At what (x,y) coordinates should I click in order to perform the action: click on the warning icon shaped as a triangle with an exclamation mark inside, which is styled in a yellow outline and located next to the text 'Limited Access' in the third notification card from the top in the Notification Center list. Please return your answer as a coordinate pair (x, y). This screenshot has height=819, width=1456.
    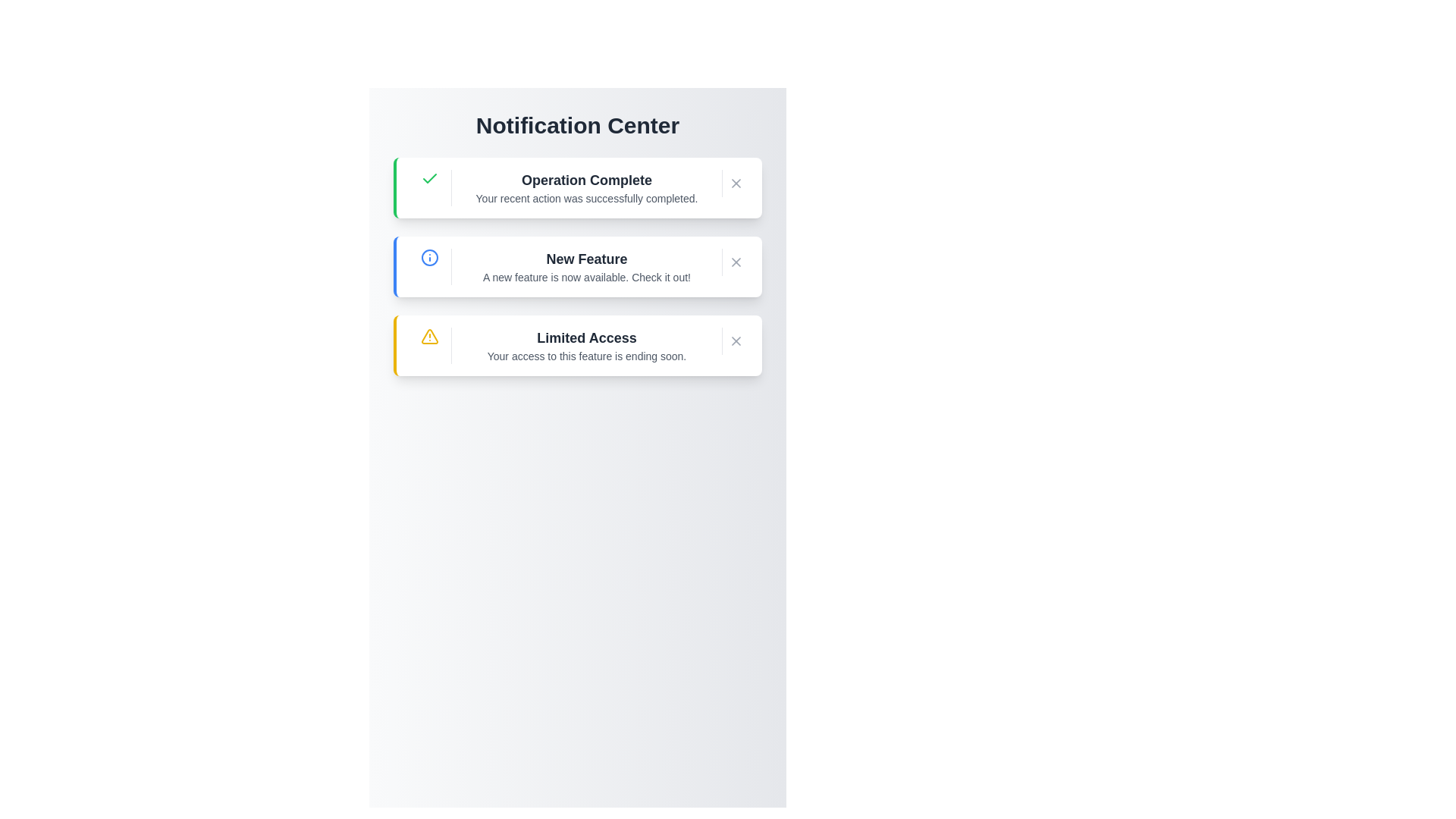
    Looking at the image, I should click on (428, 335).